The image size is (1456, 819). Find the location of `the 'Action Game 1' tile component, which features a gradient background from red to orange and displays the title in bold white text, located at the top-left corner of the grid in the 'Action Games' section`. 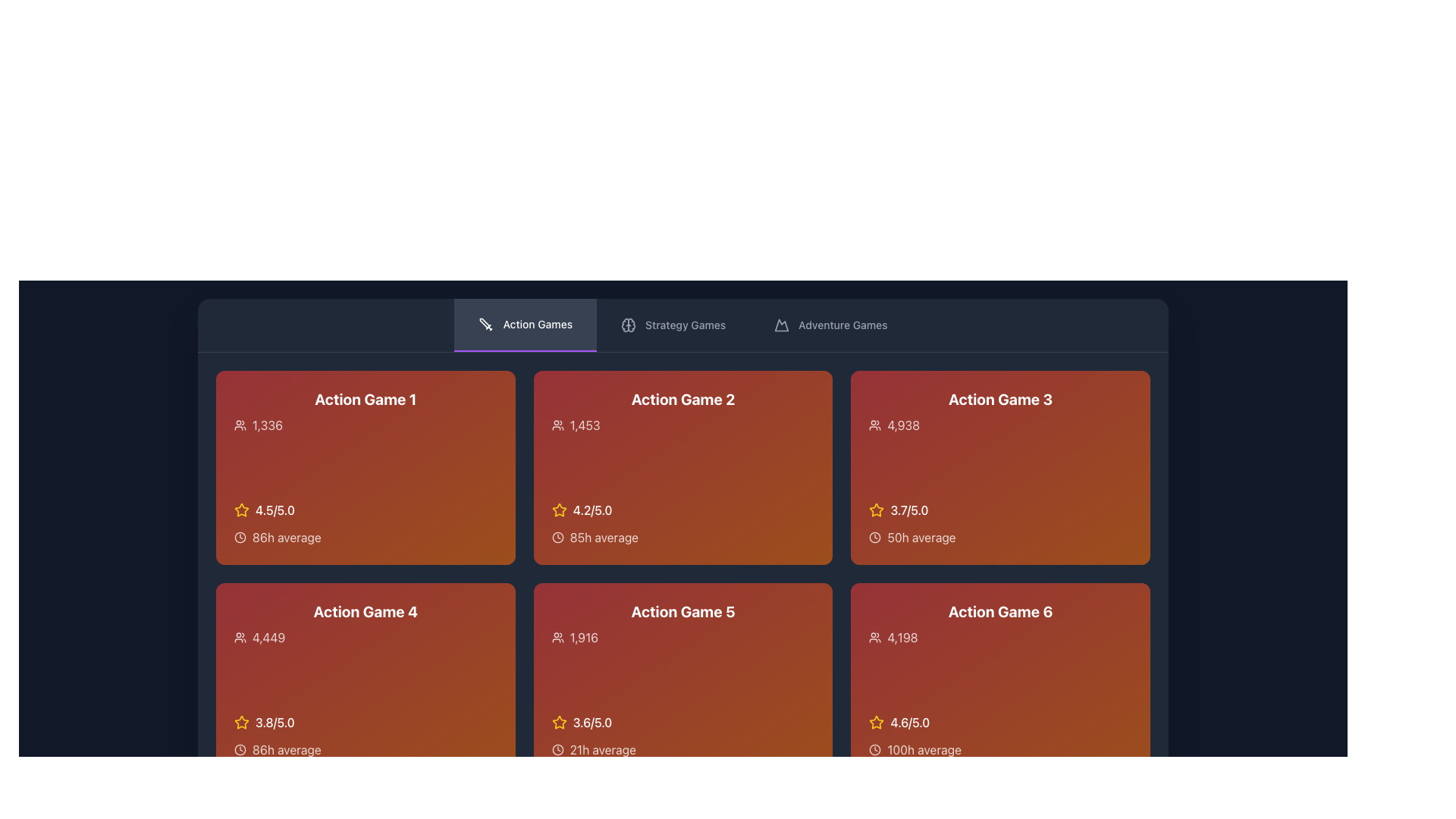

the 'Action Game 1' tile component, which features a gradient background from red to orange and displays the title in bold white text, located at the top-left corner of the grid in the 'Action Games' section is located at coordinates (366, 467).